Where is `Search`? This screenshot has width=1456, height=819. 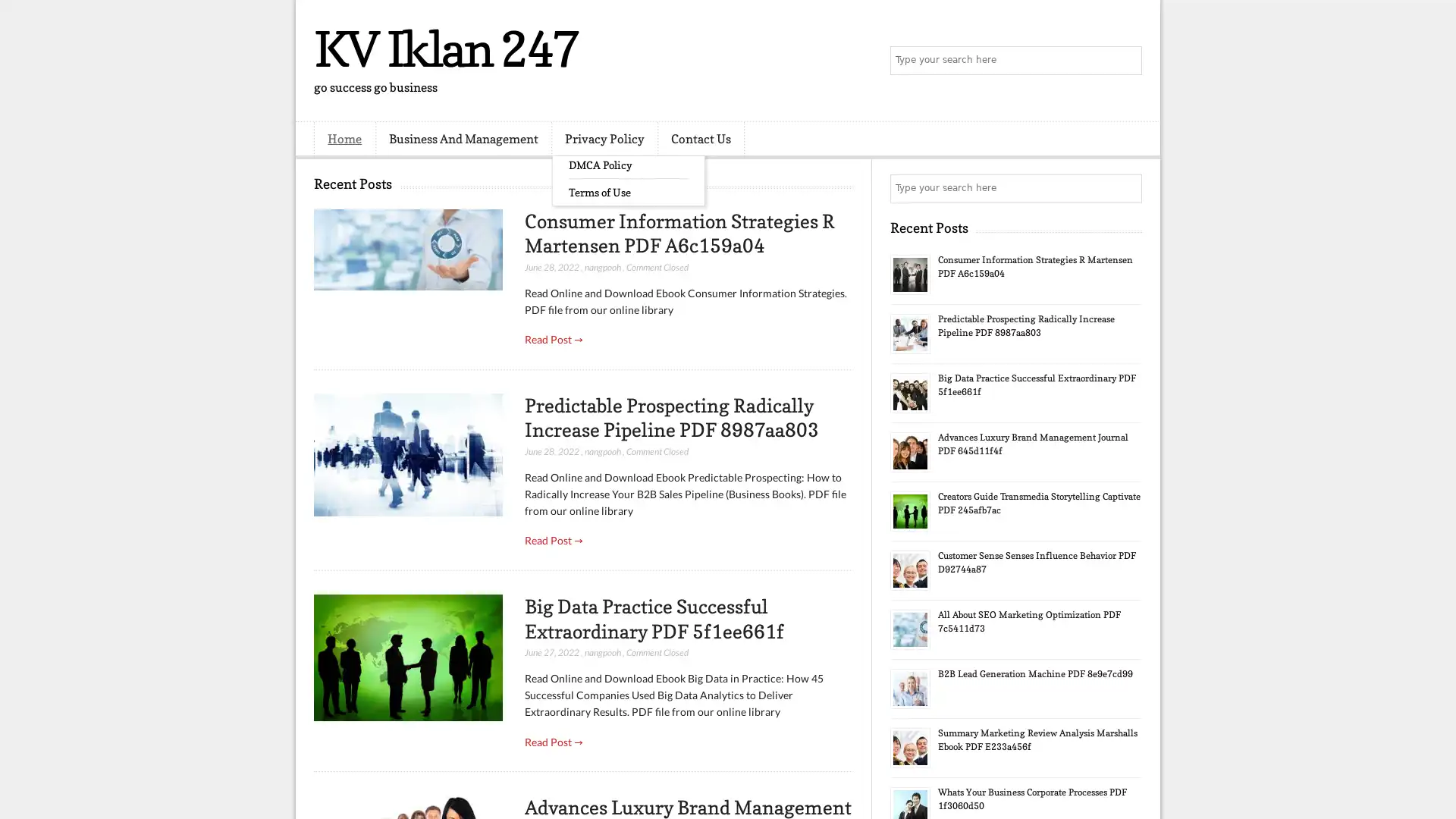 Search is located at coordinates (1126, 188).